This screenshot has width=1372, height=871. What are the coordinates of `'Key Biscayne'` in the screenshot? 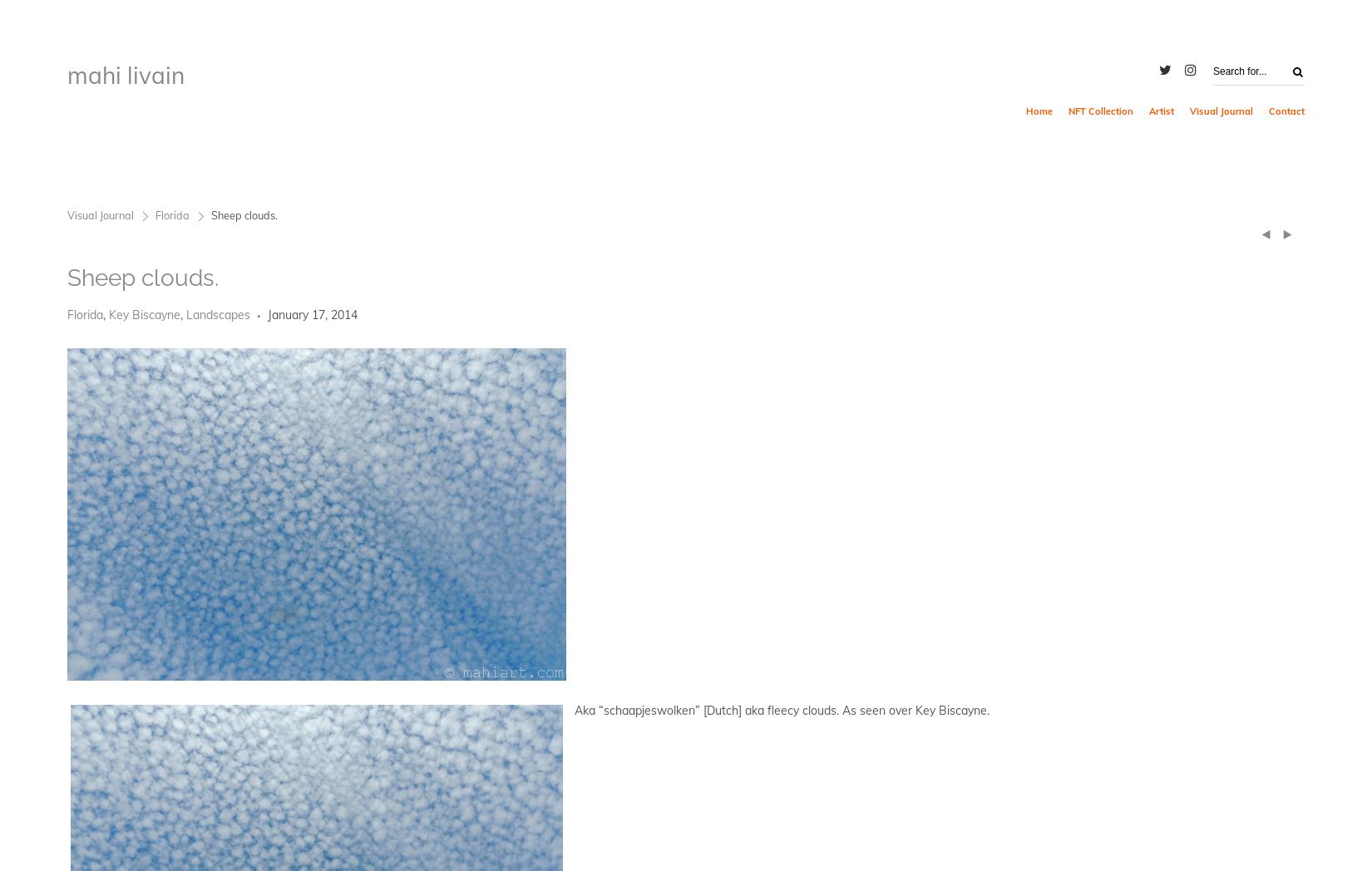 It's located at (145, 313).